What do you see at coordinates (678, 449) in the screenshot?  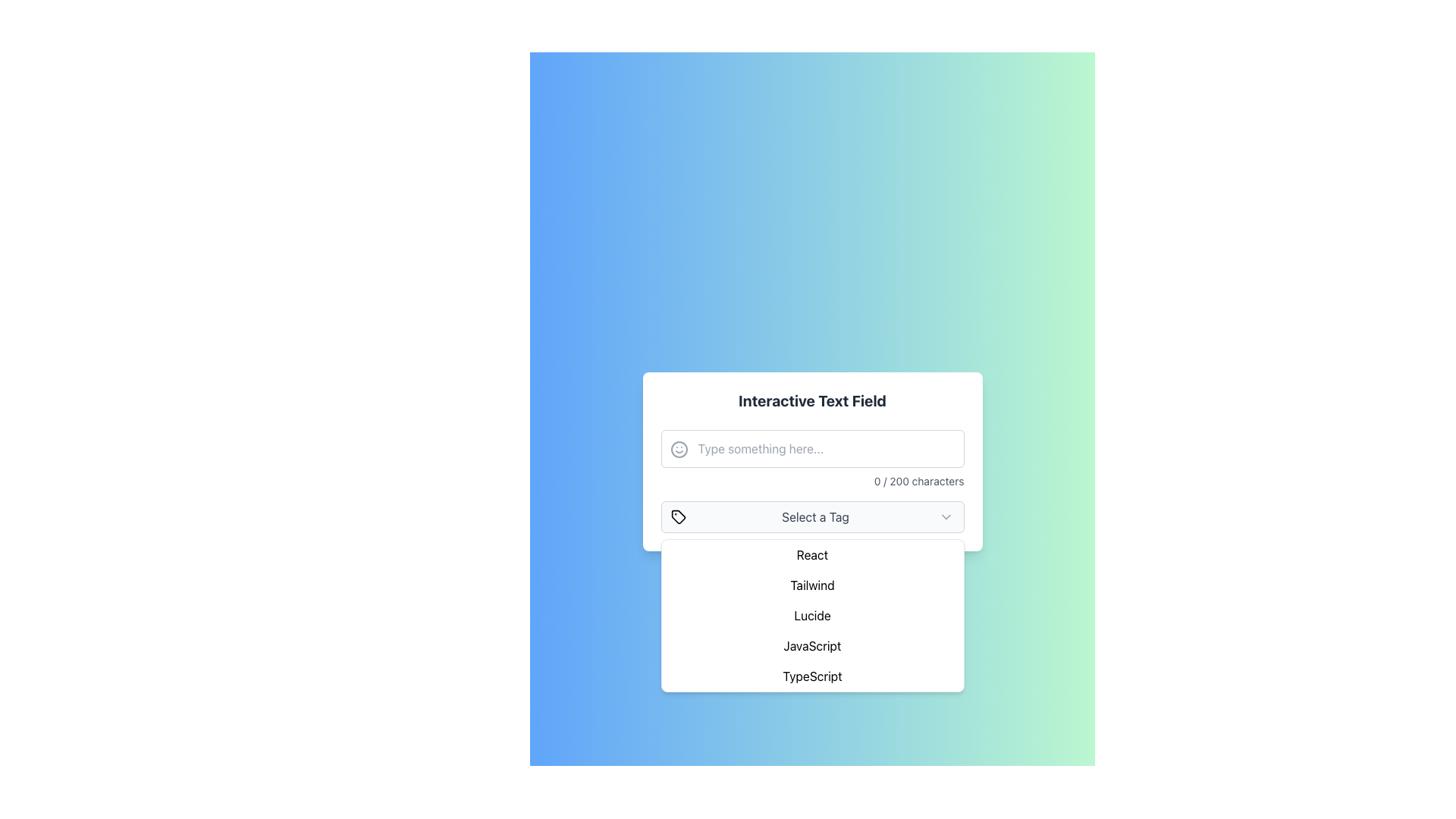 I see `the simplistic, circular smiley face icon located near the left edge of the input field at the top portion of the interface component` at bounding box center [678, 449].